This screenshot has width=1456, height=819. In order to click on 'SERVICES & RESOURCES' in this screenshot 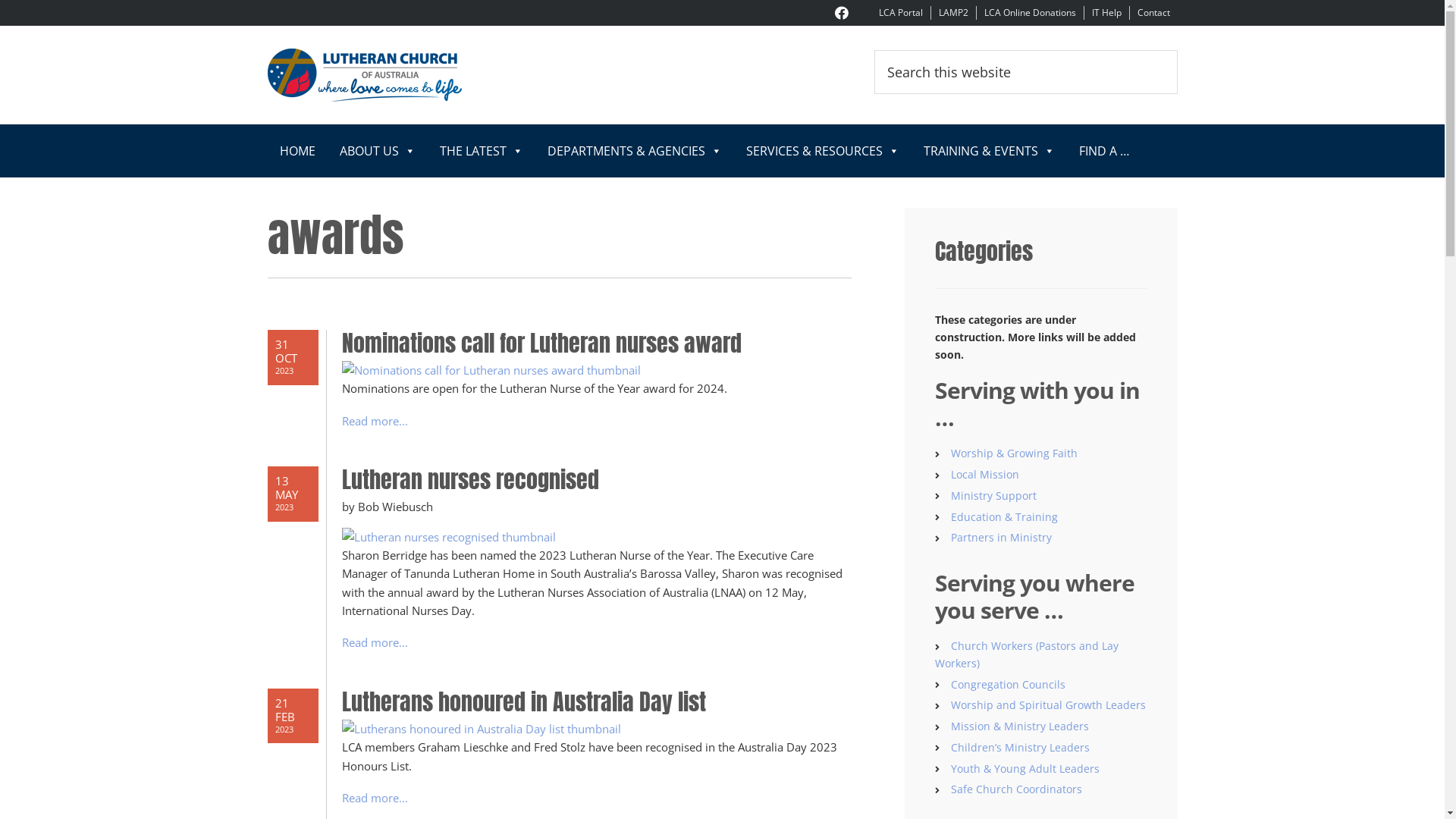, I will do `click(734, 151)`.